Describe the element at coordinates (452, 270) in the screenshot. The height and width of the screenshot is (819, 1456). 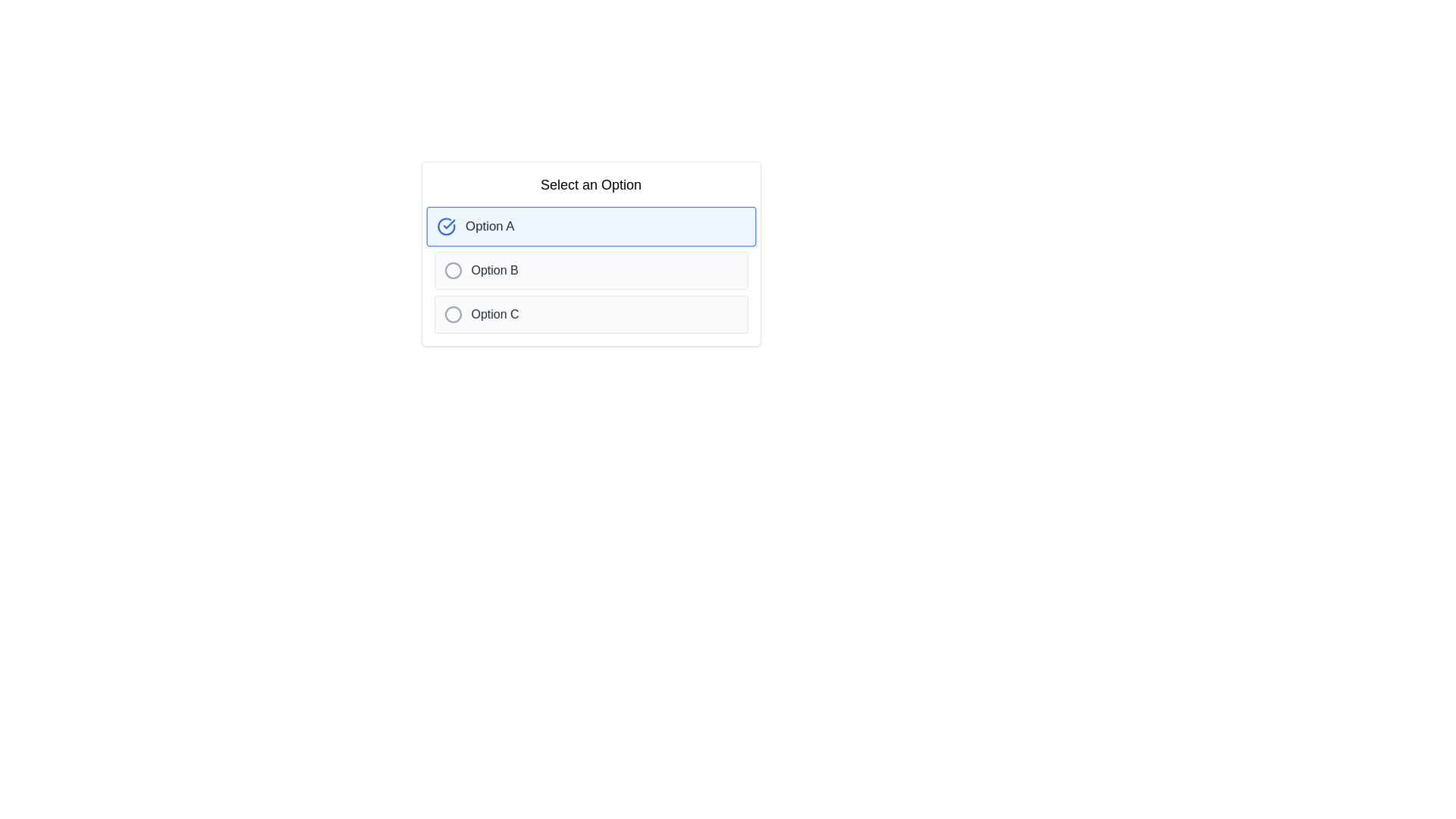
I see `the Circle graphical element representing the radio button for 'Option B'` at that location.